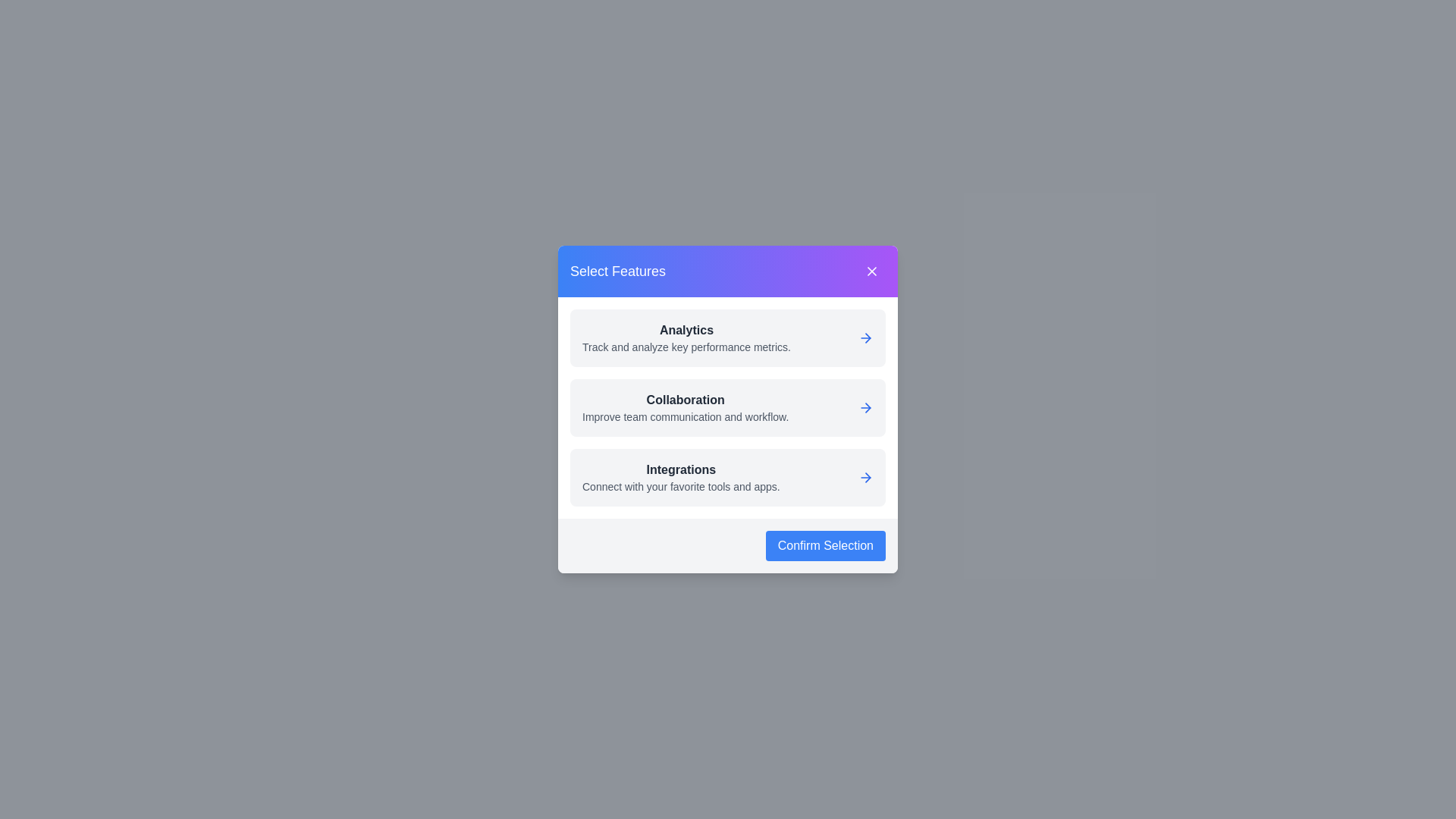  What do you see at coordinates (728, 271) in the screenshot?
I see `the modal header to interact with it` at bounding box center [728, 271].